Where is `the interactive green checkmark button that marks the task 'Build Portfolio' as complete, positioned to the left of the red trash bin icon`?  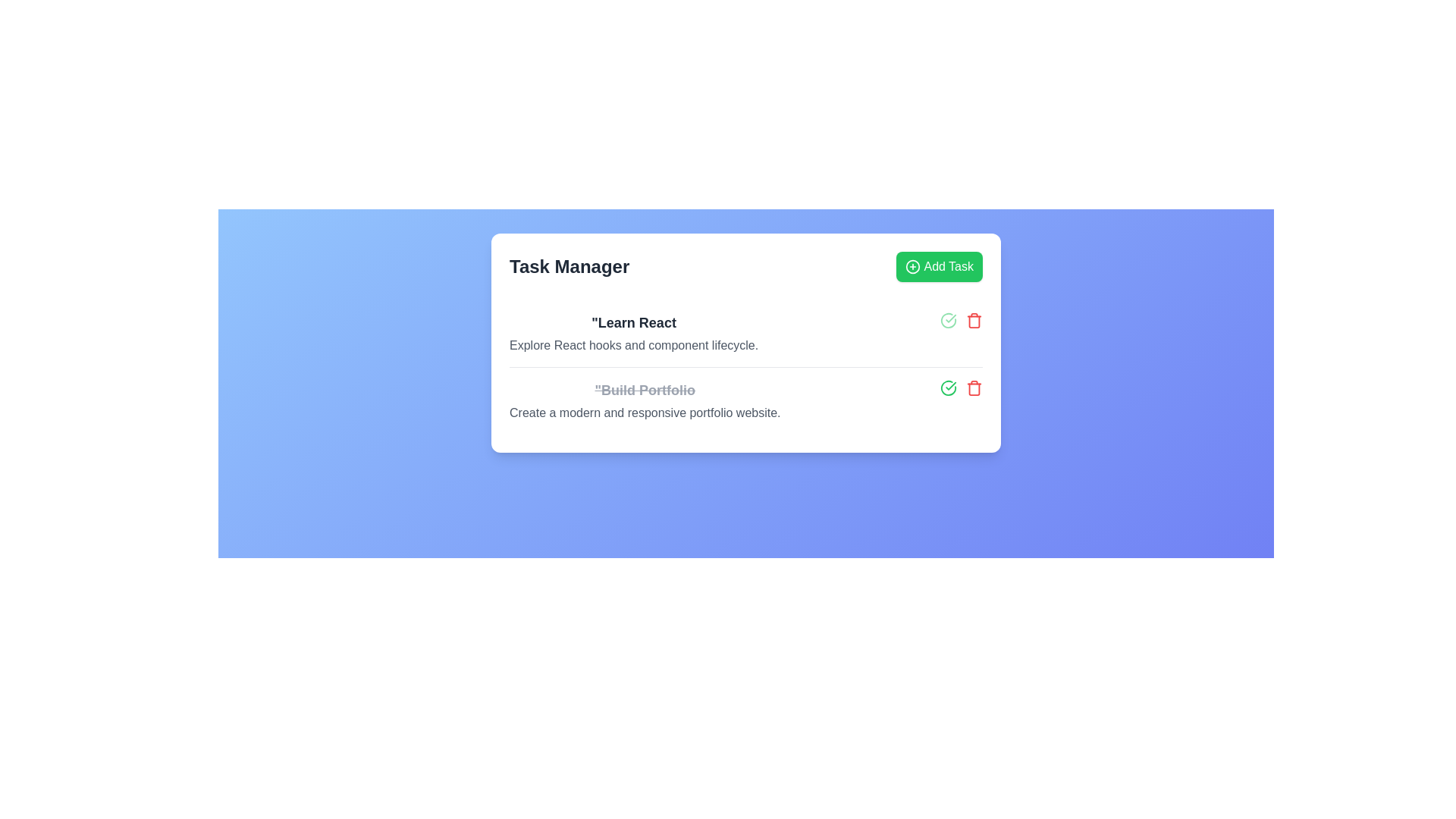
the interactive green checkmark button that marks the task 'Build Portfolio' as complete, positioned to the left of the red trash bin icon is located at coordinates (948, 320).